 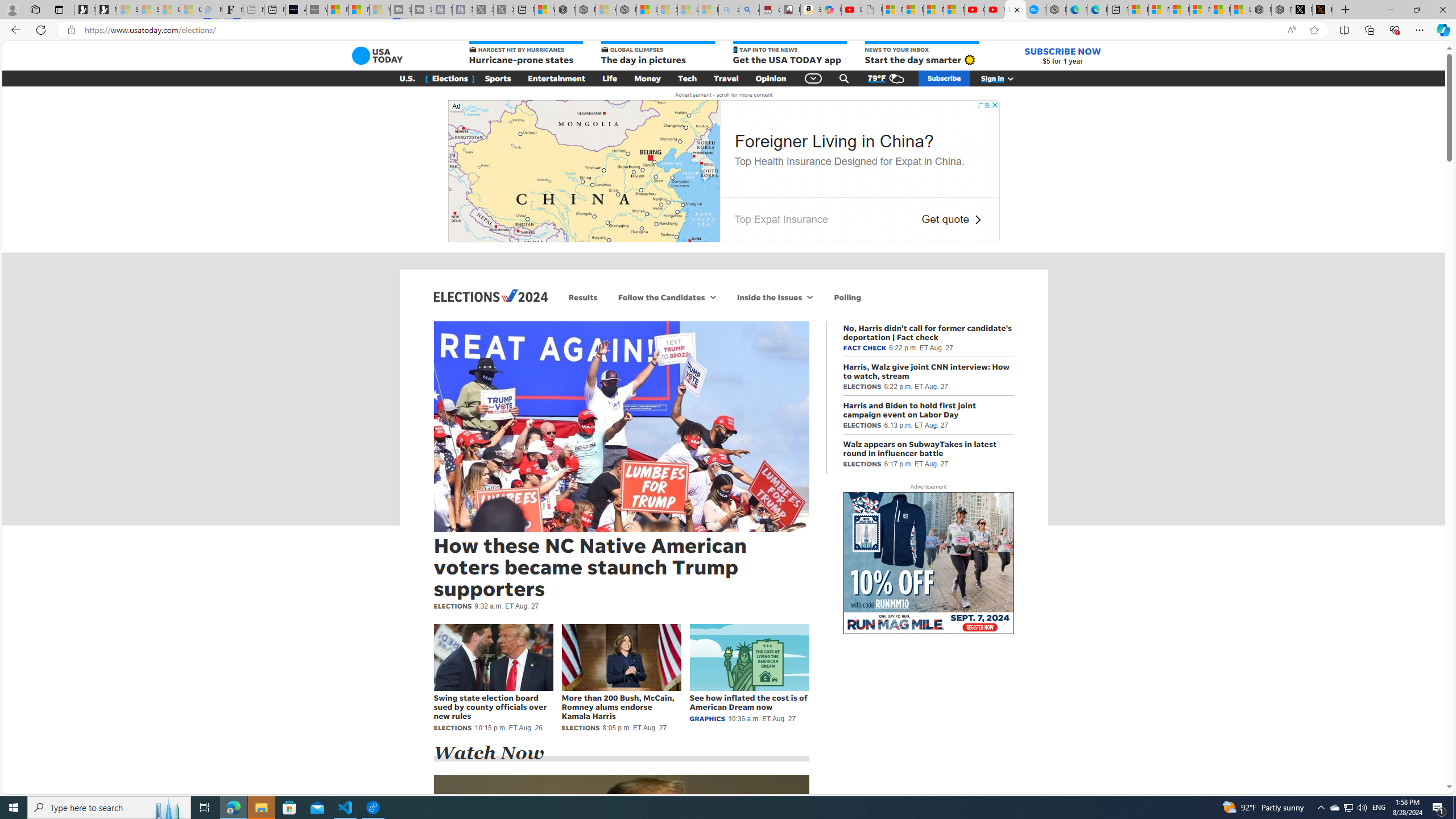 What do you see at coordinates (809, 296) in the screenshot?
I see `'More Inside the Issues navigation'` at bounding box center [809, 296].